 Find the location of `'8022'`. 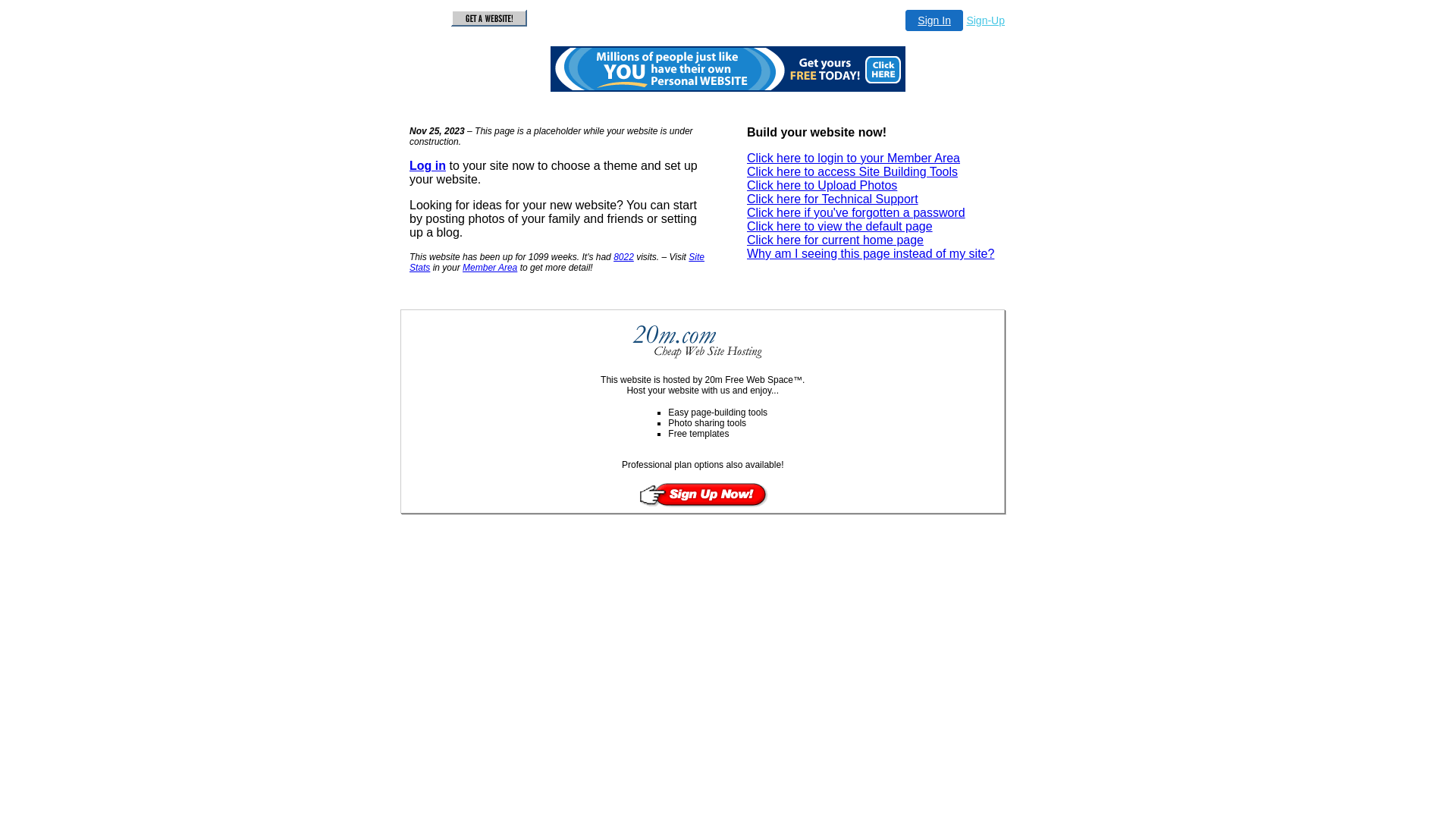

'8022' is located at coordinates (613, 256).